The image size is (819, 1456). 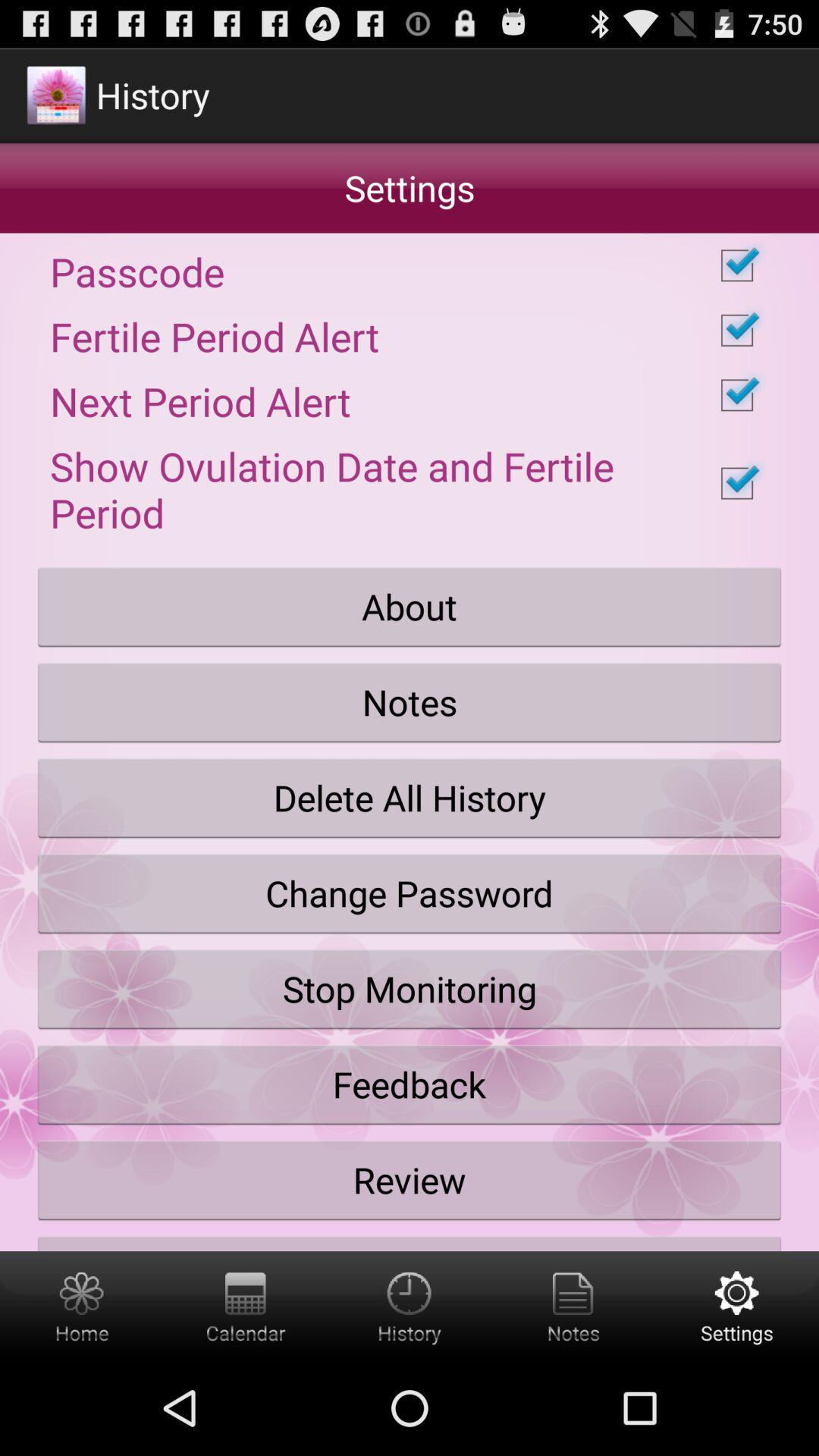 I want to click on app home screen, so click(x=82, y=1305).